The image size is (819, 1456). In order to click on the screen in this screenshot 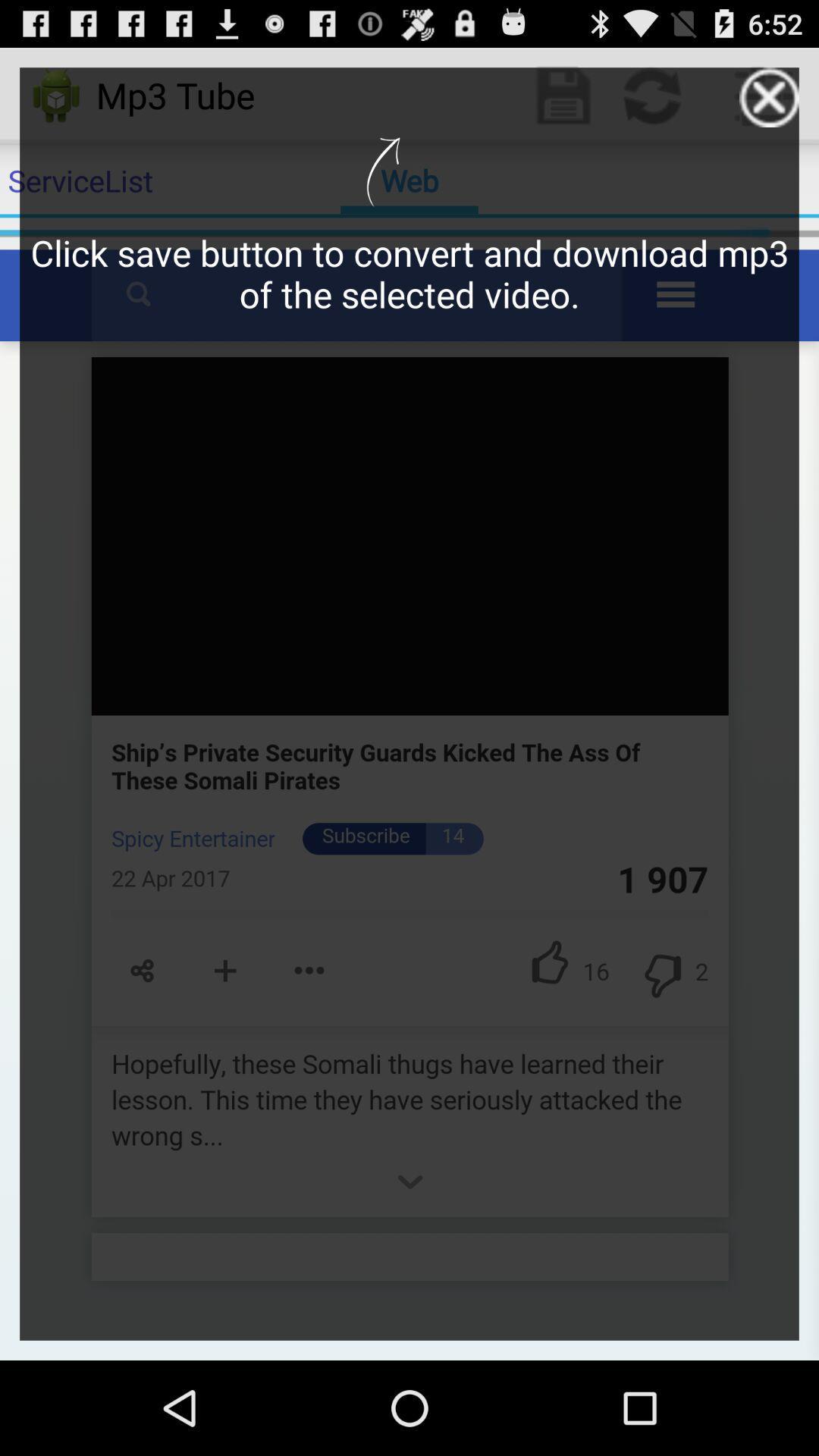, I will do `click(769, 96)`.